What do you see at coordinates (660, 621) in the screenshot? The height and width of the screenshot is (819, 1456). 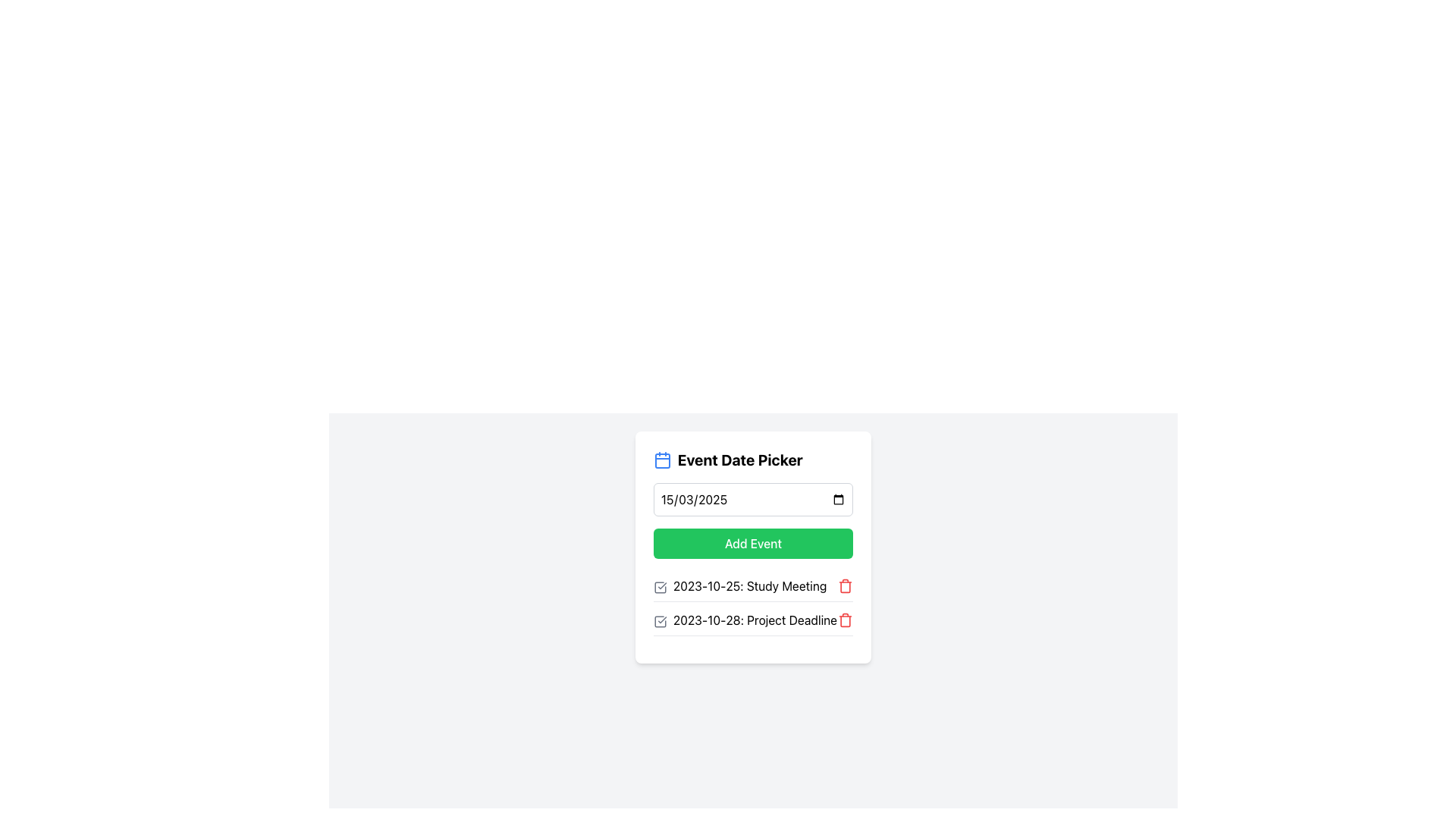 I see `the checkbox for the event '2023-10-28: Project Deadline' to trigger a special action if enabled` at bounding box center [660, 621].